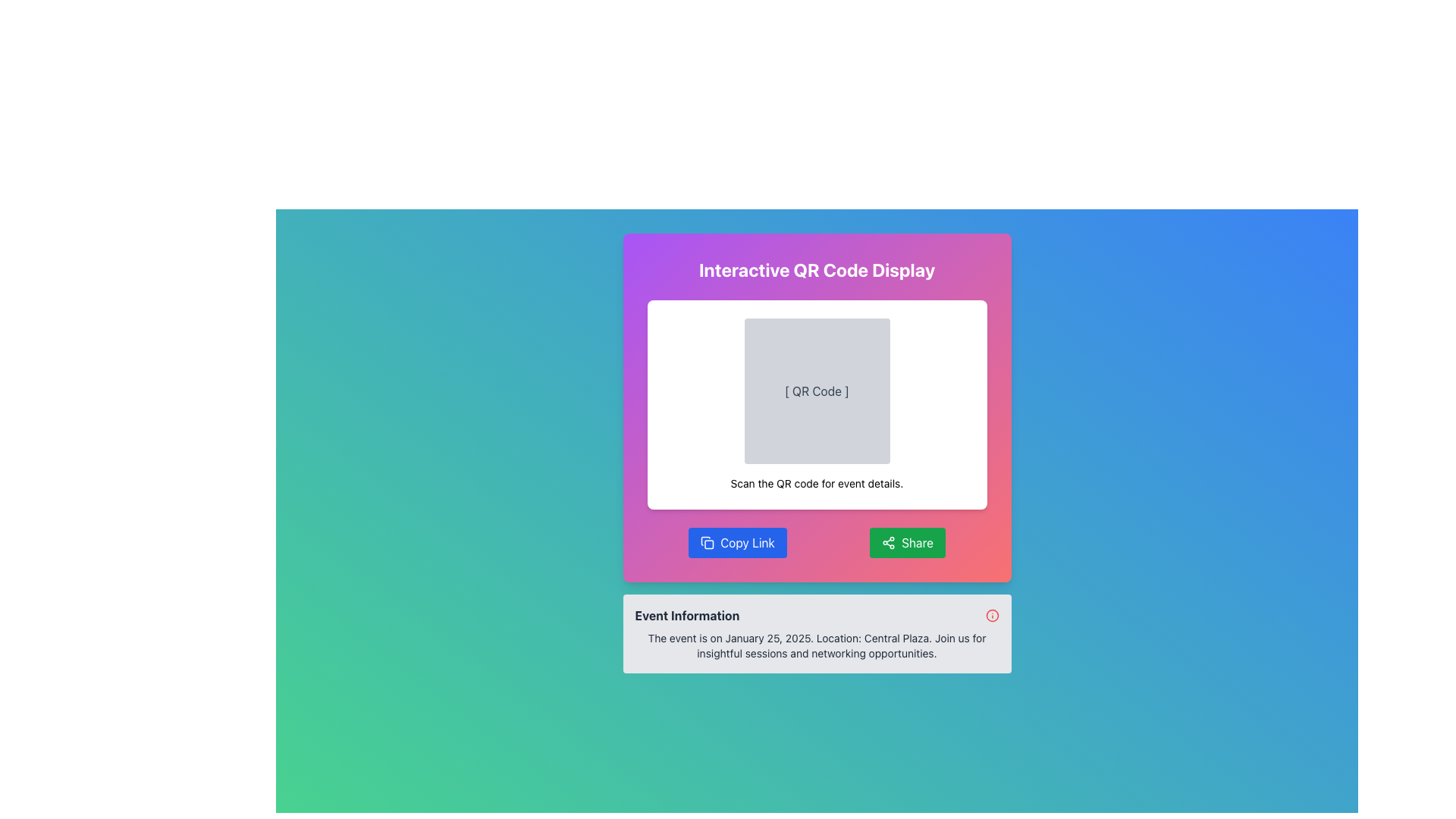 Image resolution: width=1456 pixels, height=819 pixels. What do you see at coordinates (888, 542) in the screenshot?
I see `the green 'Share' button that contains the icon resembling a connected network of points, which is positioned to the left of the button's text label` at bounding box center [888, 542].